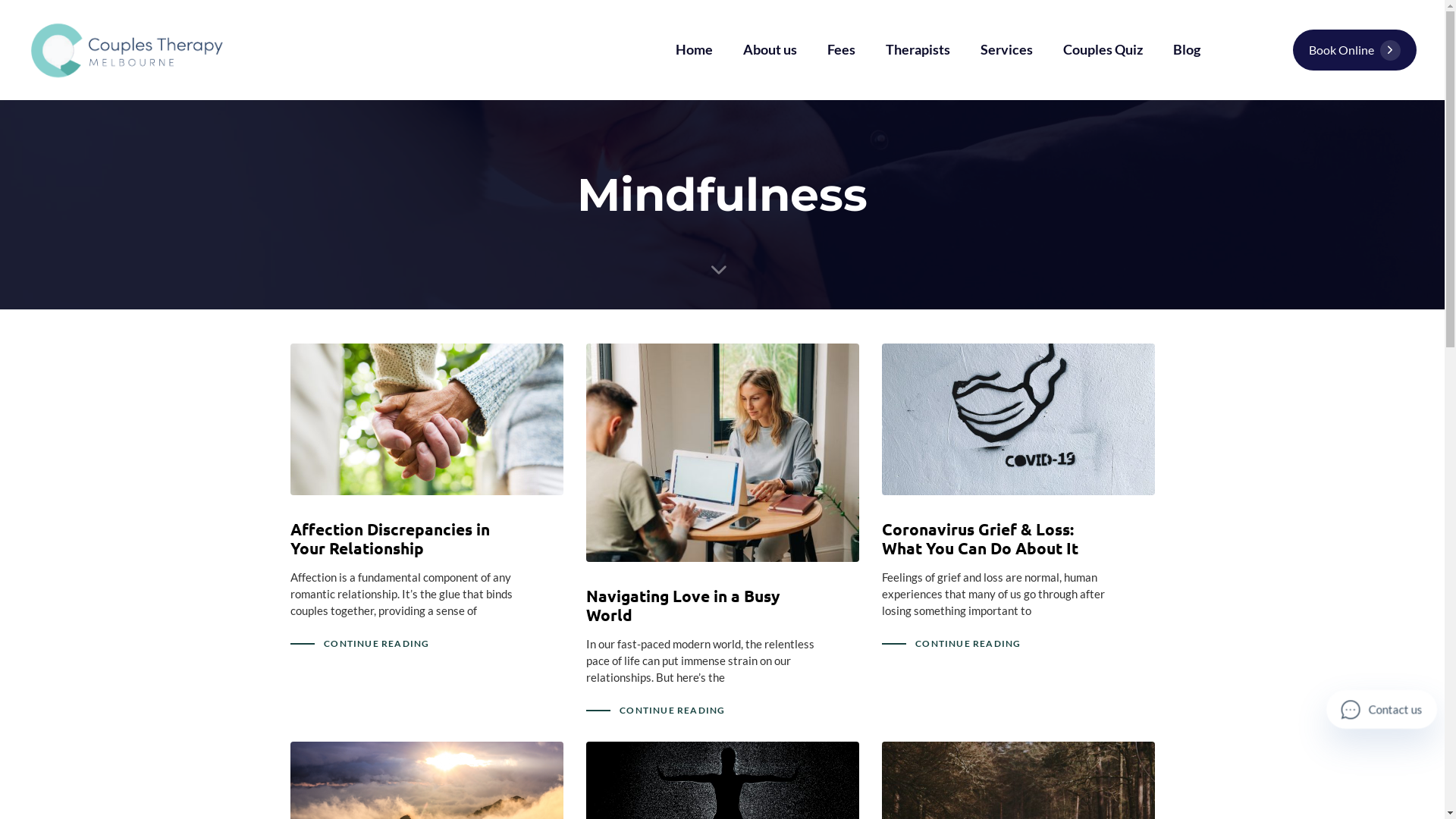 This screenshot has width=1456, height=819. Describe the element at coordinates (1185, 49) in the screenshot. I see `'Blog'` at that location.